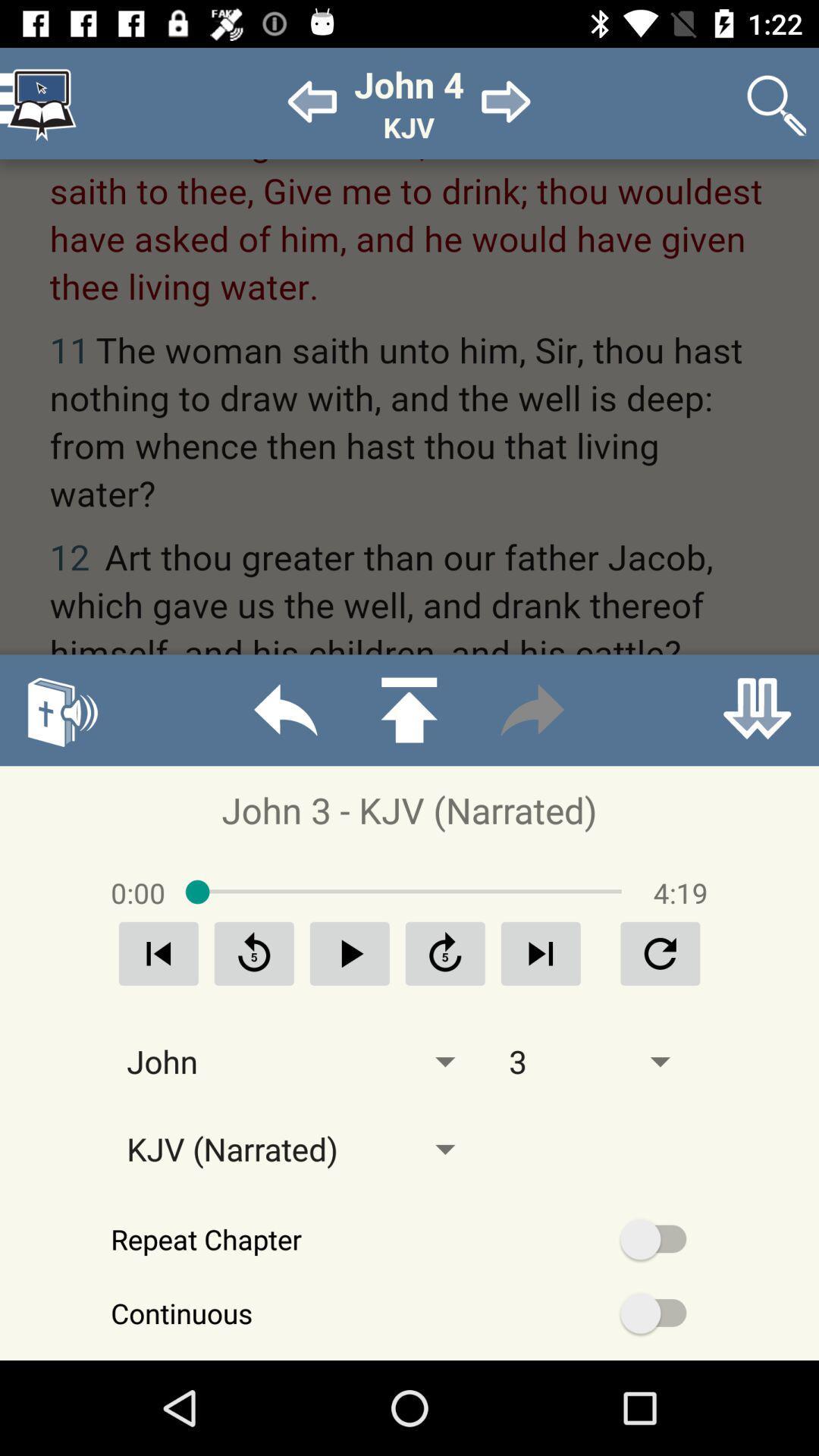 Image resolution: width=819 pixels, height=1456 pixels. I want to click on previous, so click(350, 952).